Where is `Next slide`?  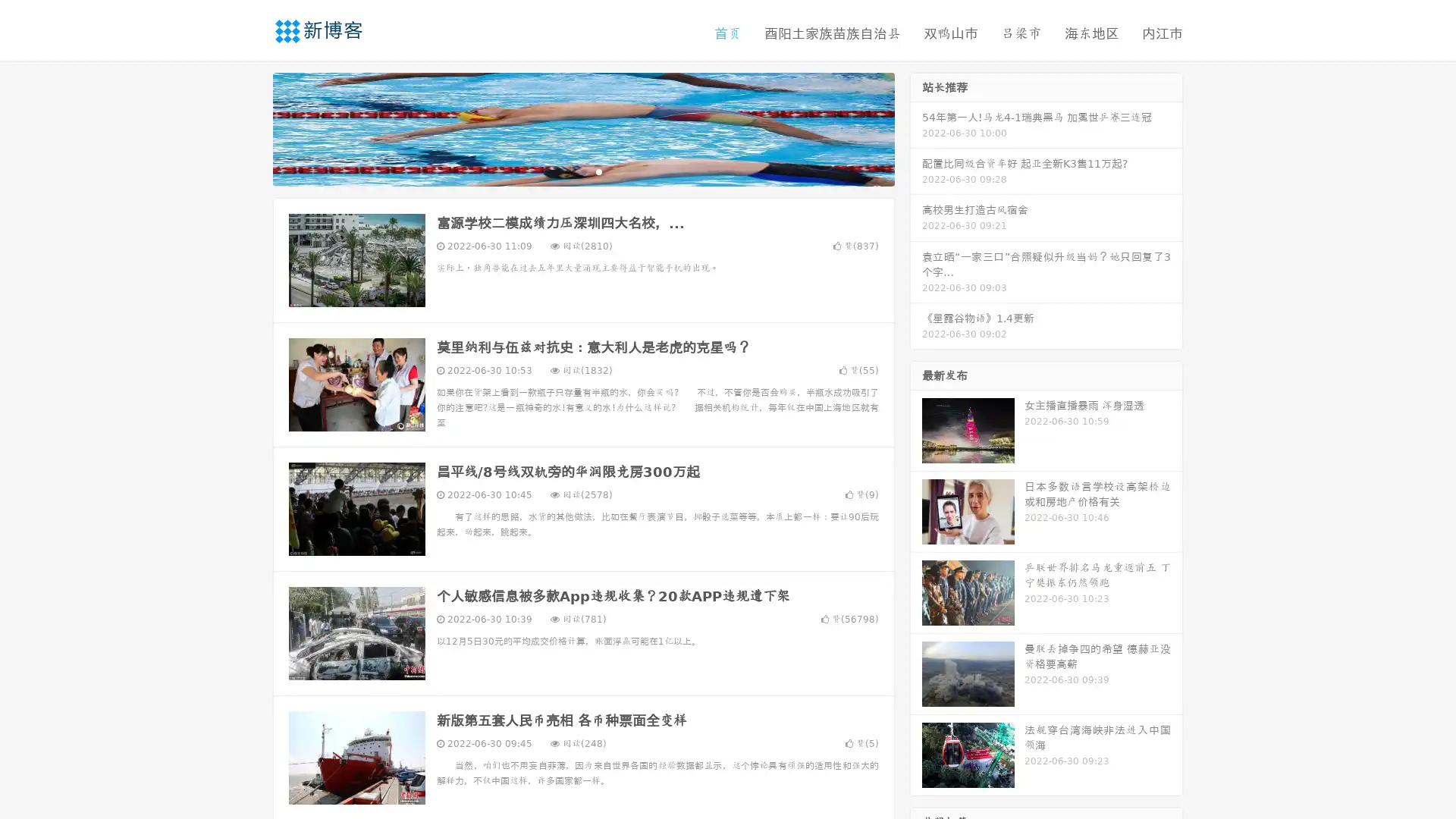
Next slide is located at coordinates (916, 127).